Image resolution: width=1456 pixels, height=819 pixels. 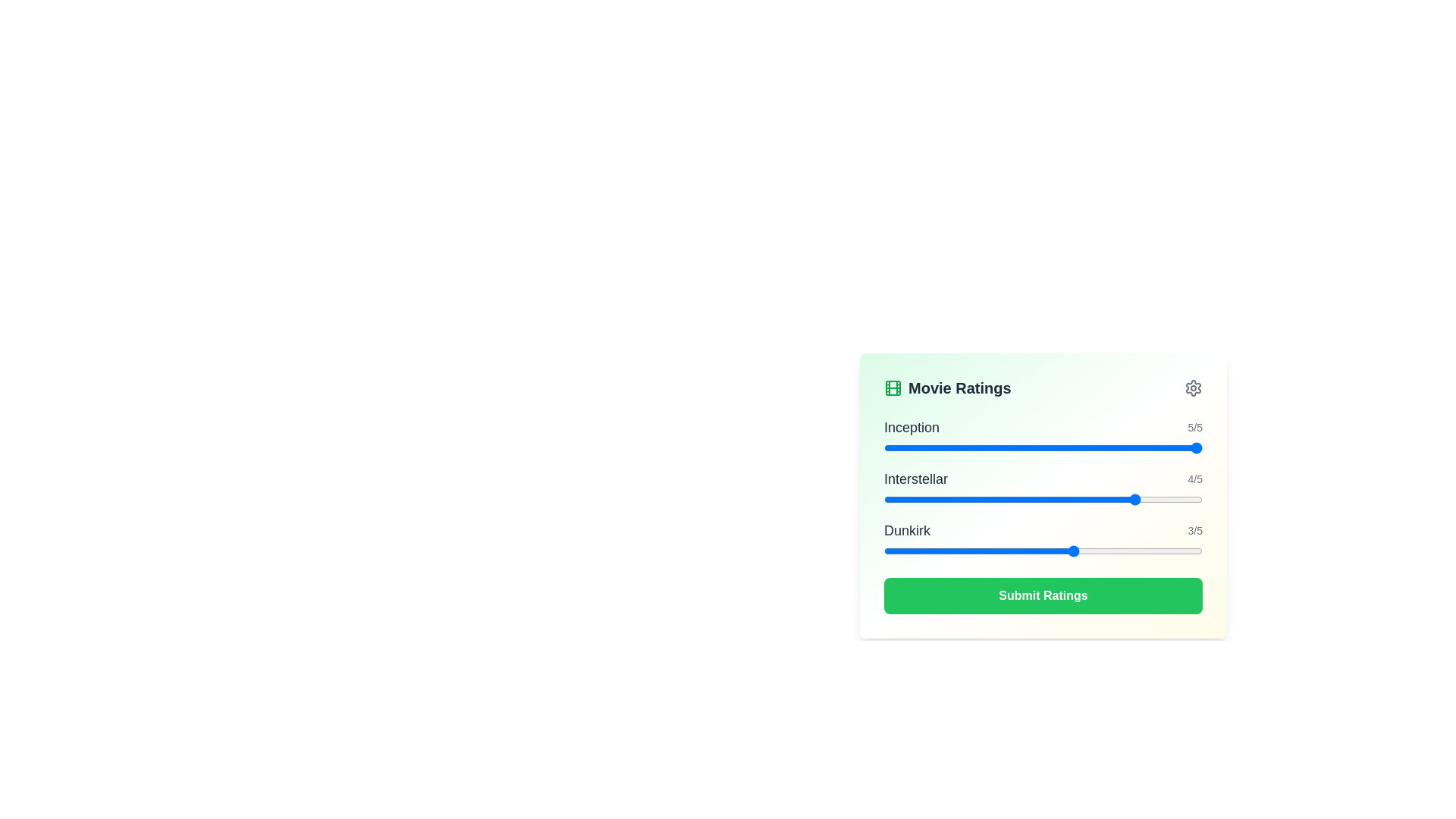 I want to click on the rating for 'Interstellar', so click(x=1074, y=500).